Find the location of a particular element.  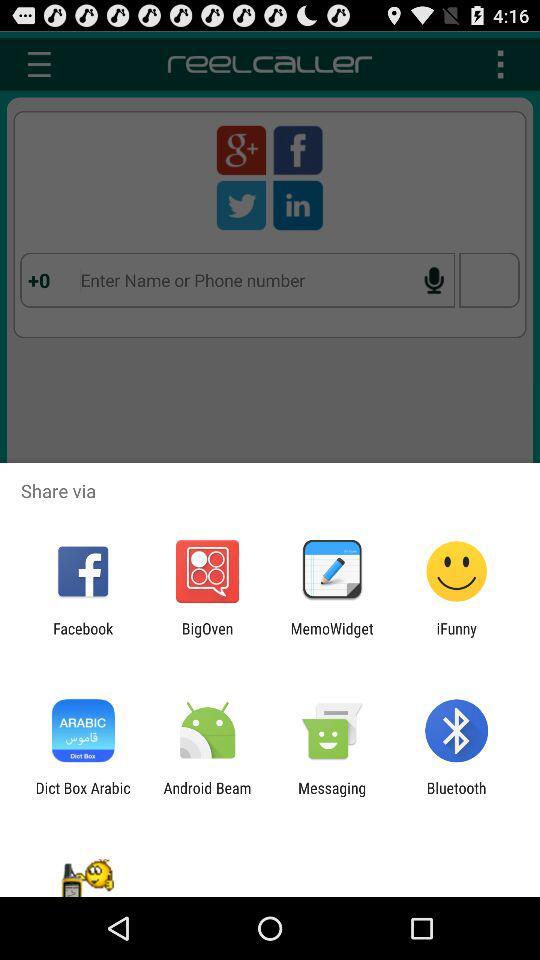

item next to the facebook icon is located at coordinates (206, 636).